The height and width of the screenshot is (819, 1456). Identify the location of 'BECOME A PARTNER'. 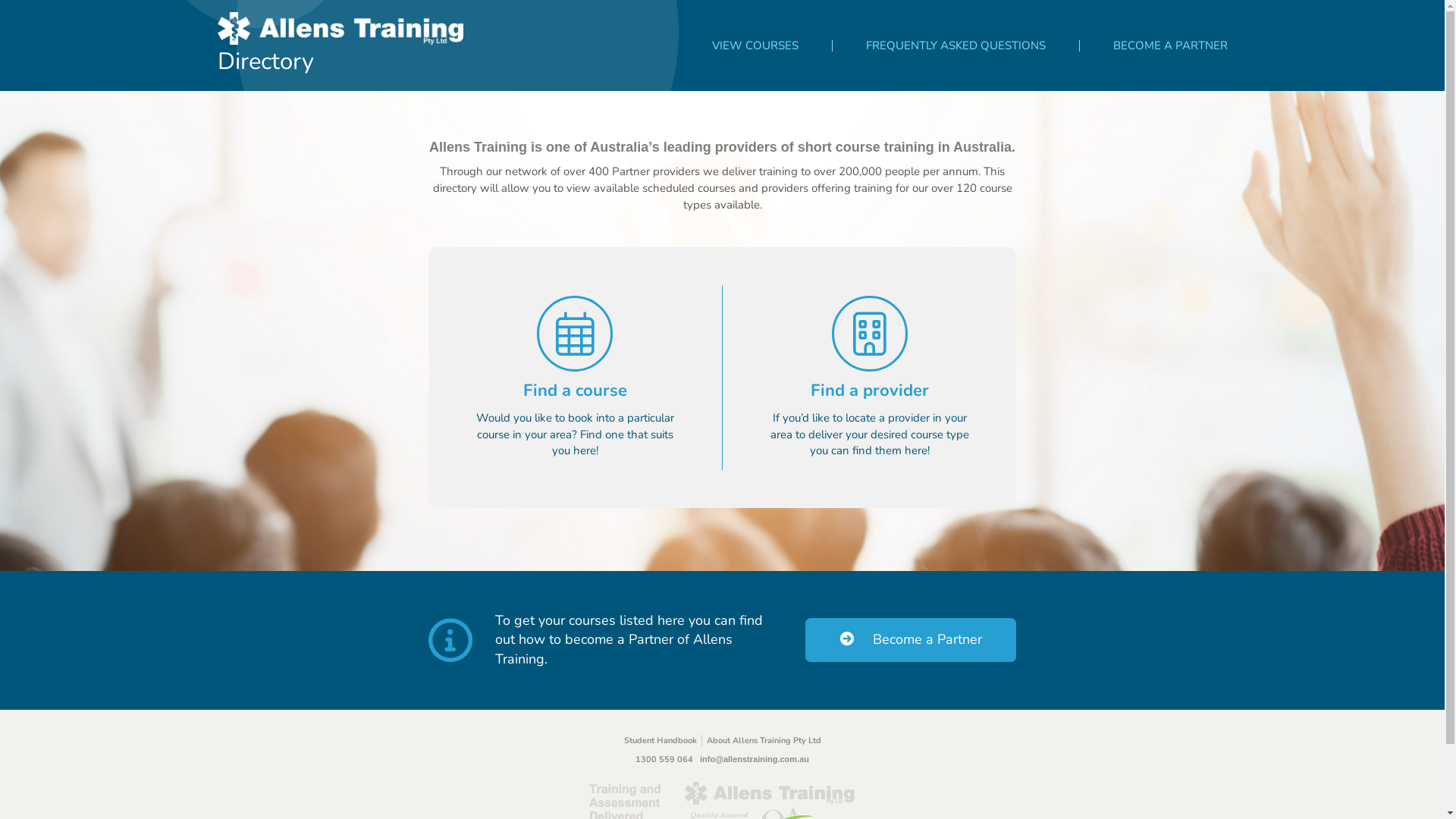
(1169, 45).